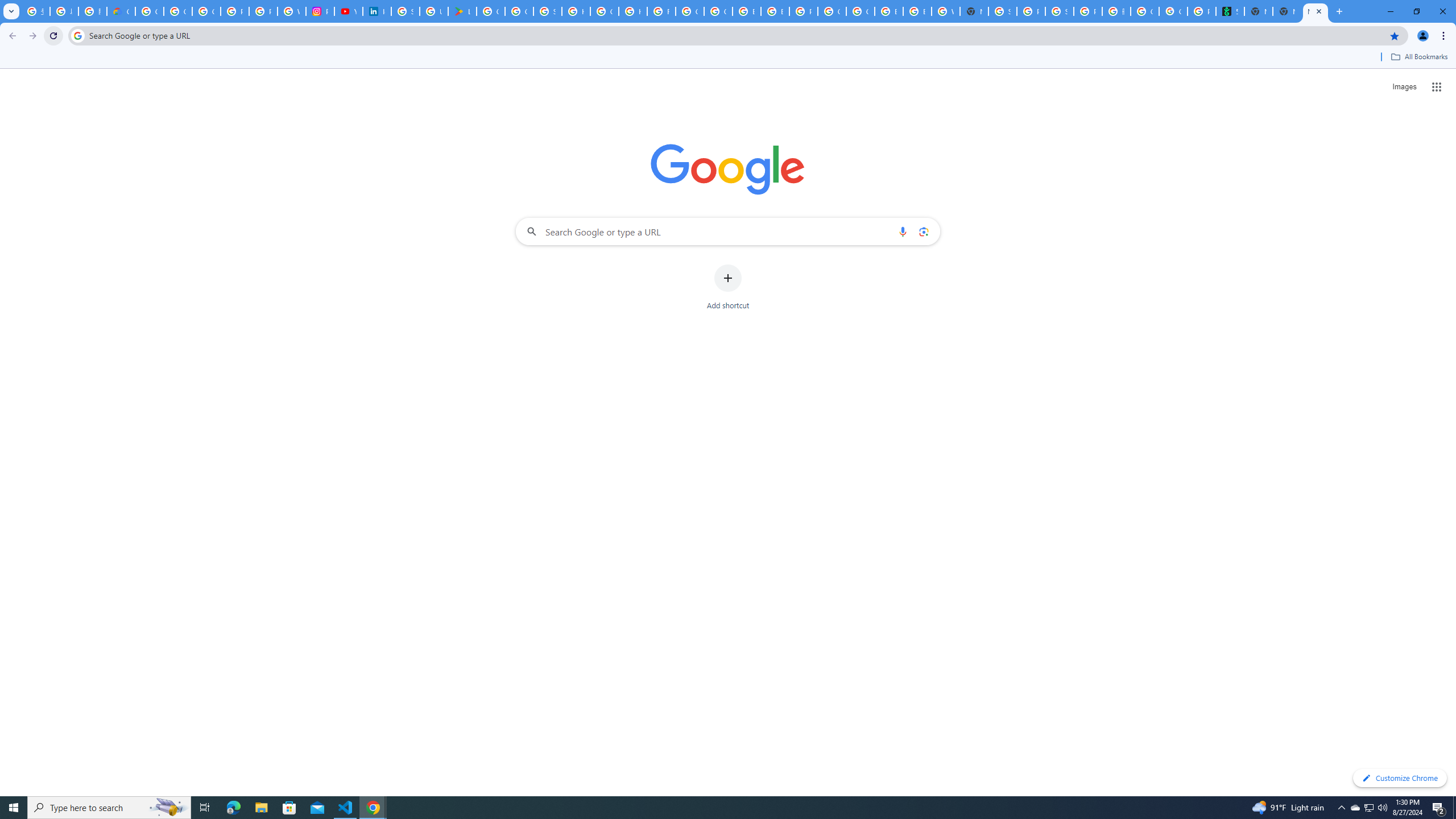 The height and width of the screenshot is (819, 1456). Describe the element at coordinates (1404, 87) in the screenshot. I see `'Search for Images '` at that location.